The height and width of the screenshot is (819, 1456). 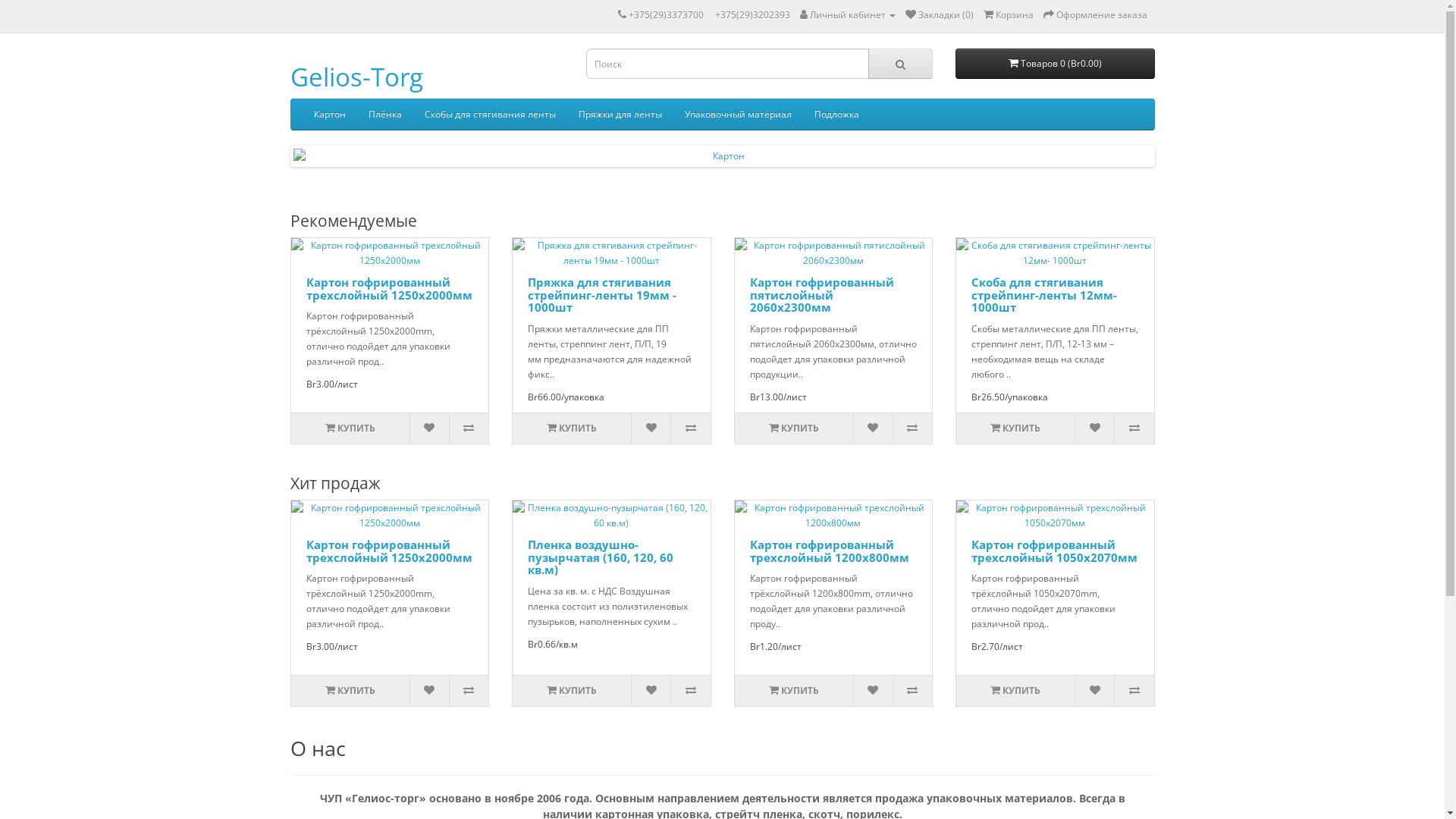 What do you see at coordinates (355, 77) in the screenshot?
I see `'Gelios-Torg'` at bounding box center [355, 77].